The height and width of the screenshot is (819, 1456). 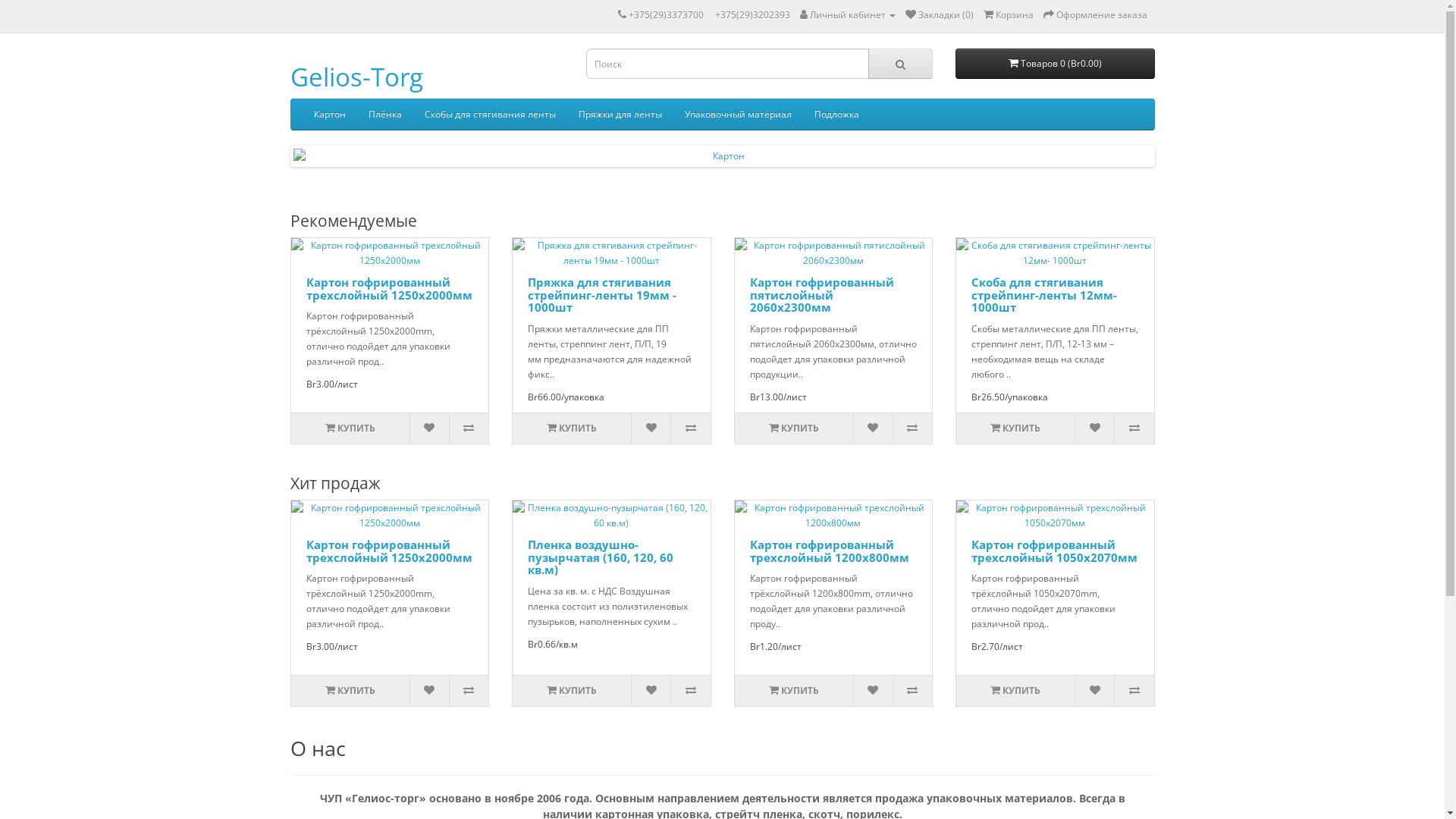 What do you see at coordinates (355, 77) in the screenshot?
I see `'Gelios-Torg'` at bounding box center [355, 77].